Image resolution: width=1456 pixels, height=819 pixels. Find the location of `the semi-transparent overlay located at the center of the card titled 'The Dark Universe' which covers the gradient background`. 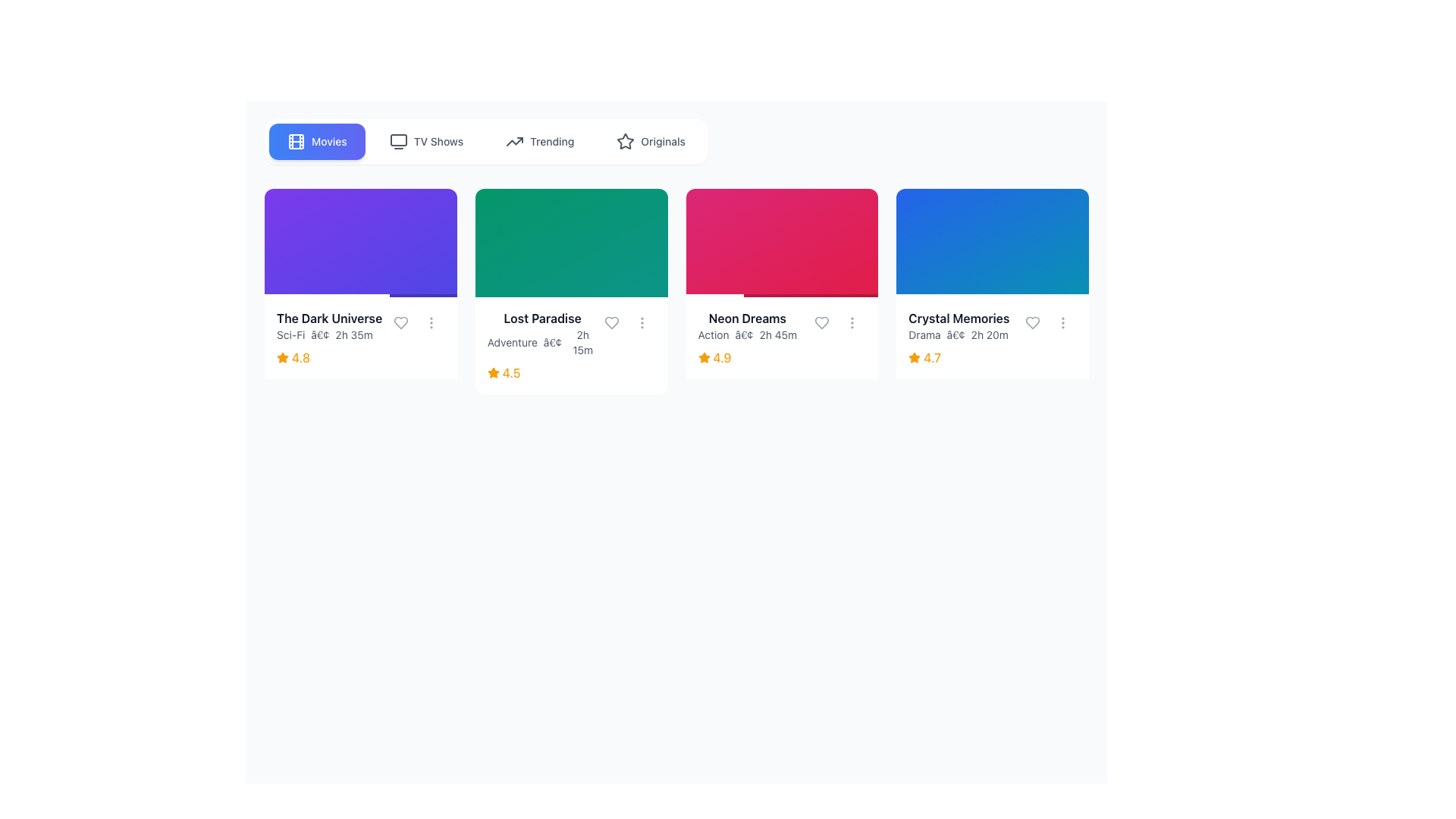

the semi-transparent overlay located at the center of the card titled 'The Dark Universe' which covers the gradient background is located at coordinates (359, 242).